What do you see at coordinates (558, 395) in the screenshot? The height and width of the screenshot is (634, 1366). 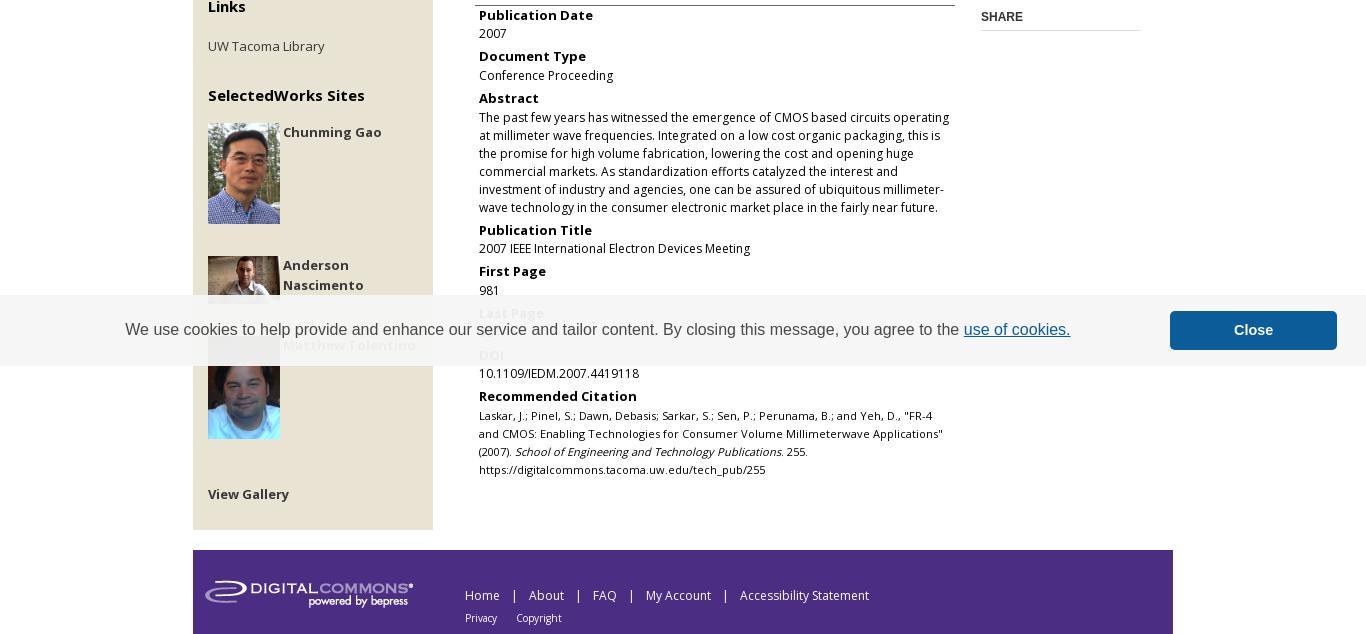 I see `'Recommended Citation'` at bounding box center [558, 395].